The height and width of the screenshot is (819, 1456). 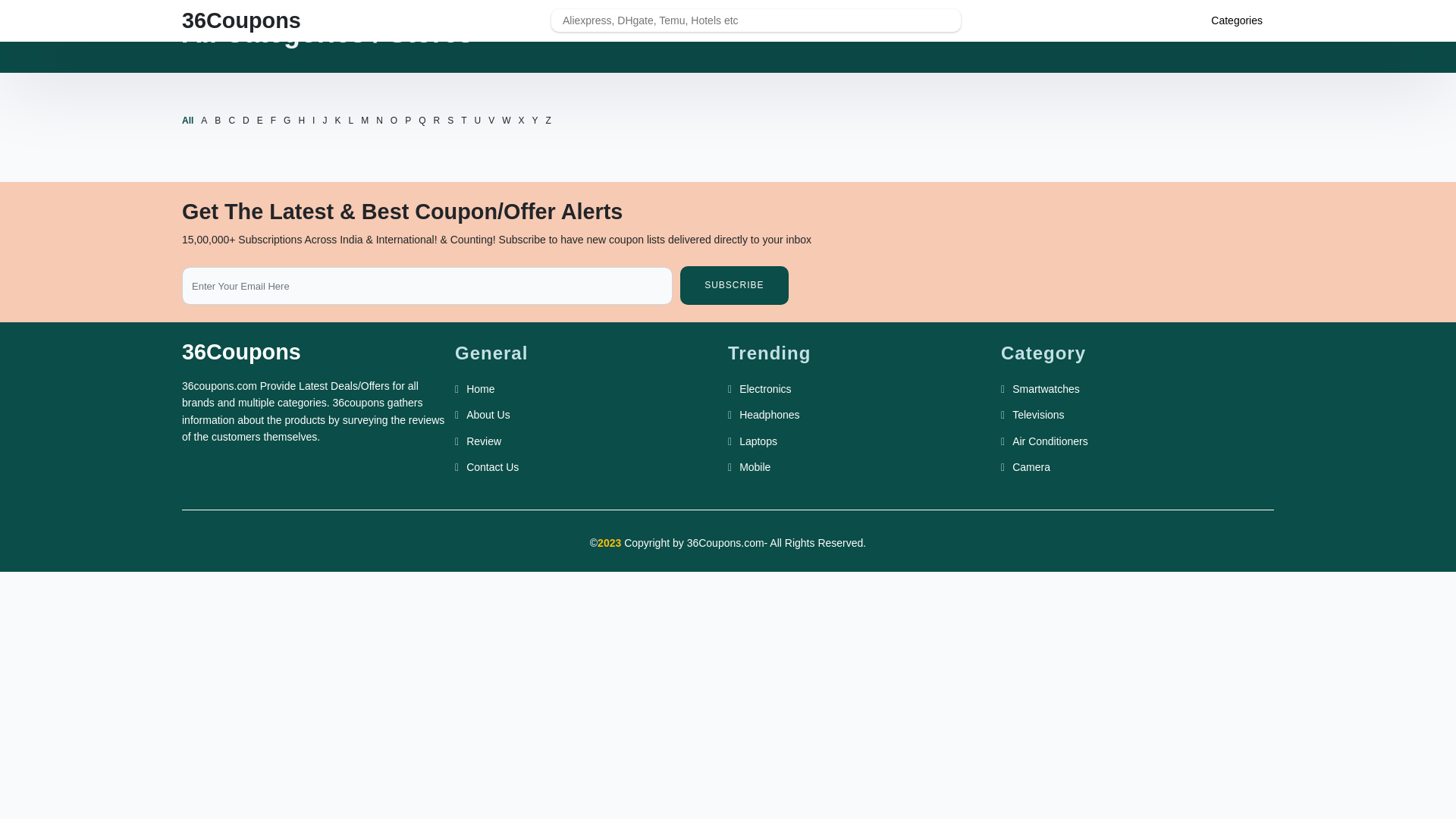 What do you see at coordinates (479, 388) in the screenshot?
I see `'Home'` at bounding box center [479, 388].